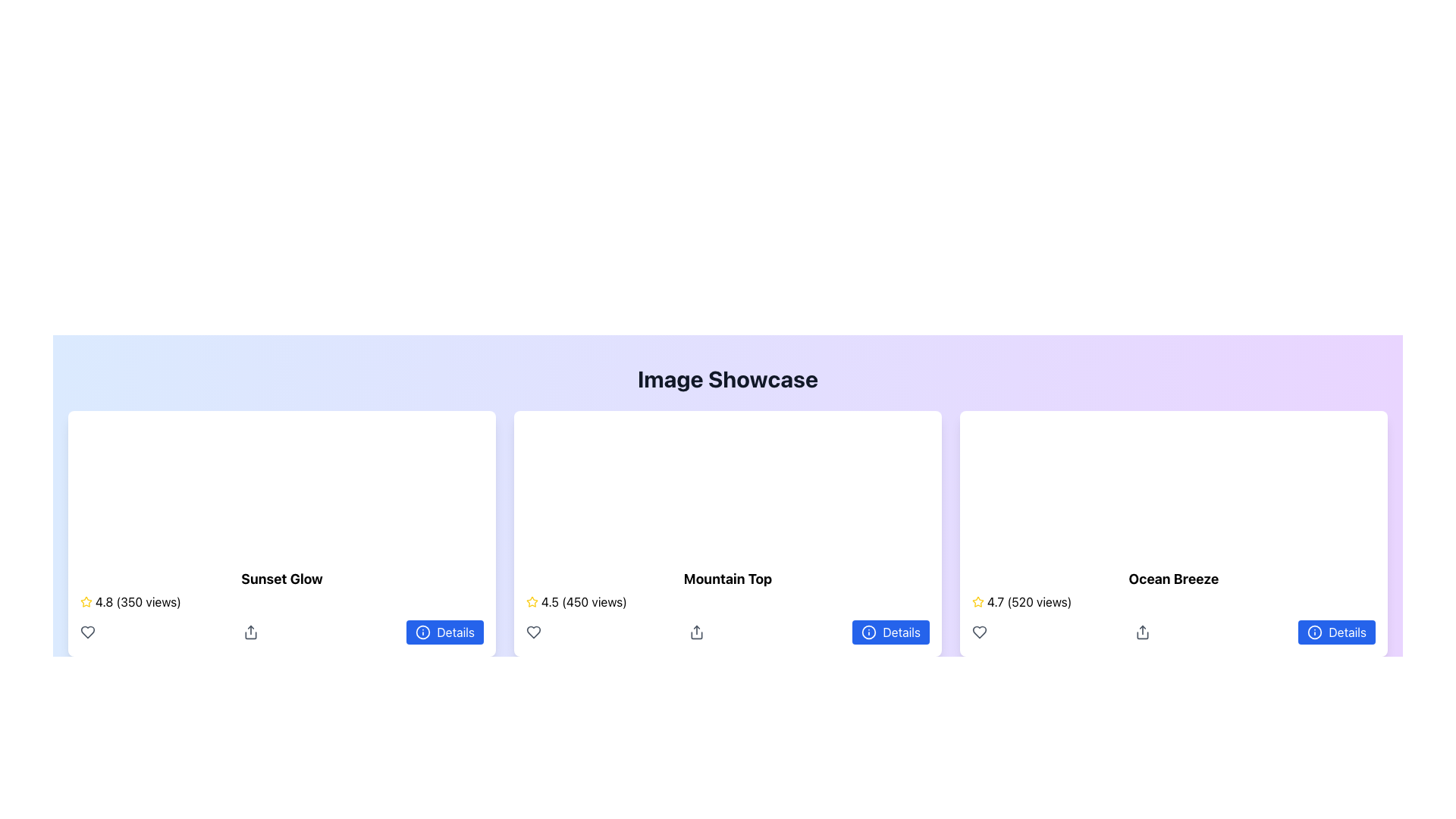 Image resolution: width=1456 pixels, height=819 pixels. I want to click on the Text Label displaying '4.7 (520 views)' located in the rightmost column under the title 'Ocean Breeze', adjacent to the yellow star icon, so click(1029, 601).